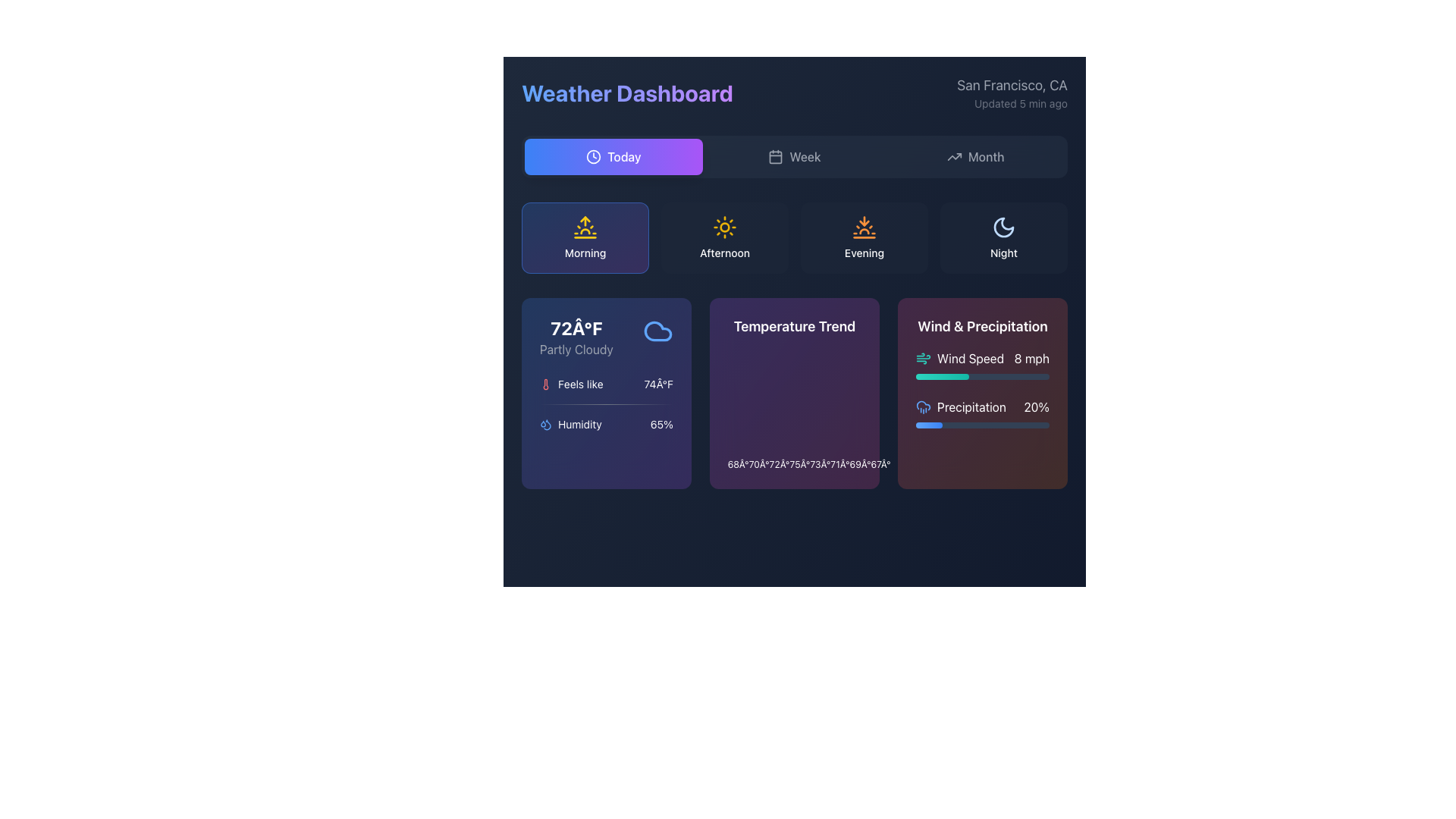 The image size is (1456, 819). What do you see at coordinates (880, 461) in the screenshot?
I see `the graphical data representation component displaying a vertical colored bar with a gradient from purple to pink, indicating a percentage height of 67%, along with the label '67°' located in the 'Temperature Trend' section` at bounding box center [880, 461].